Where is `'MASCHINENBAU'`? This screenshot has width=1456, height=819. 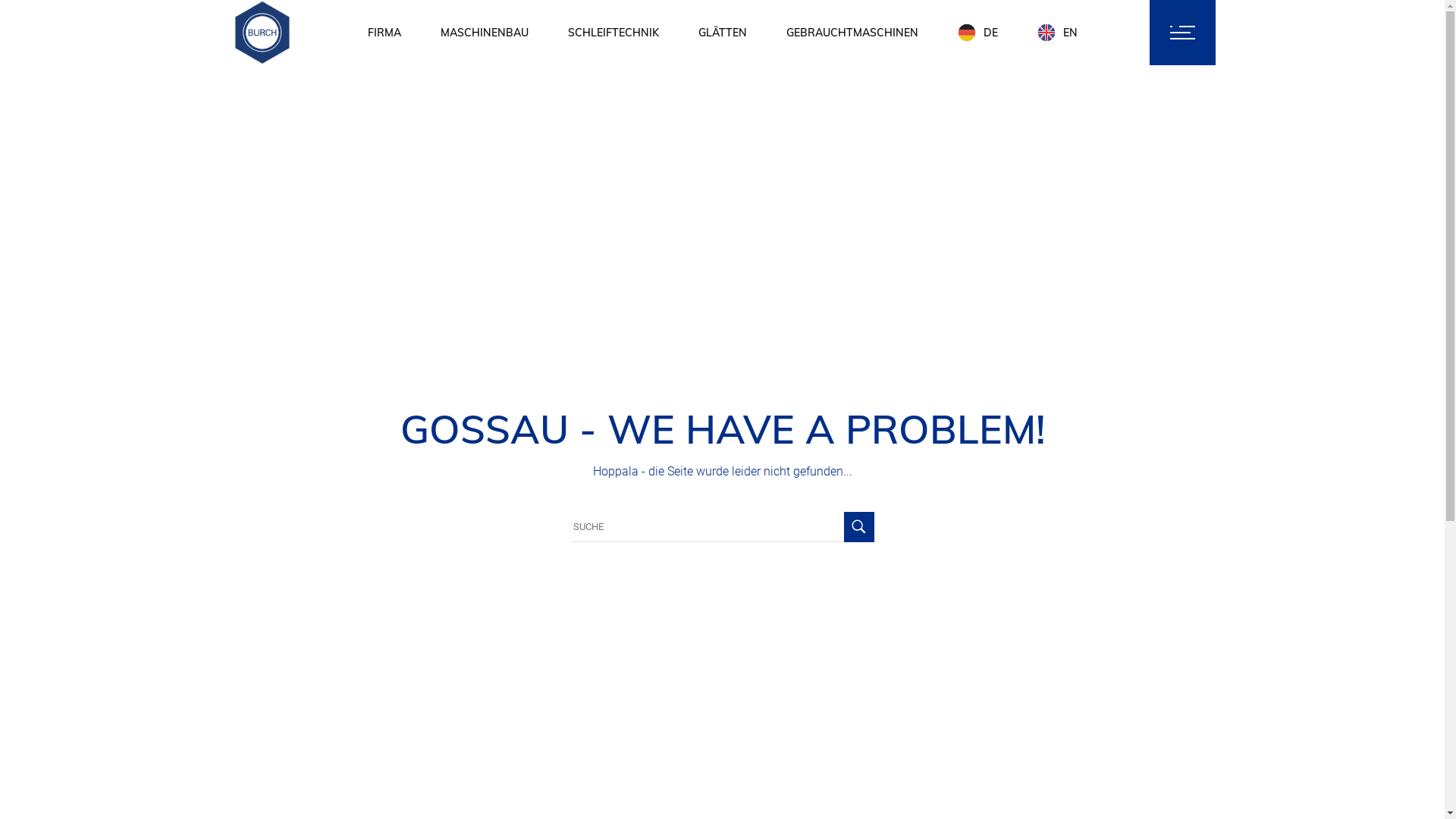
'MASCHINENBAU' is located at coordinates (439, 32).